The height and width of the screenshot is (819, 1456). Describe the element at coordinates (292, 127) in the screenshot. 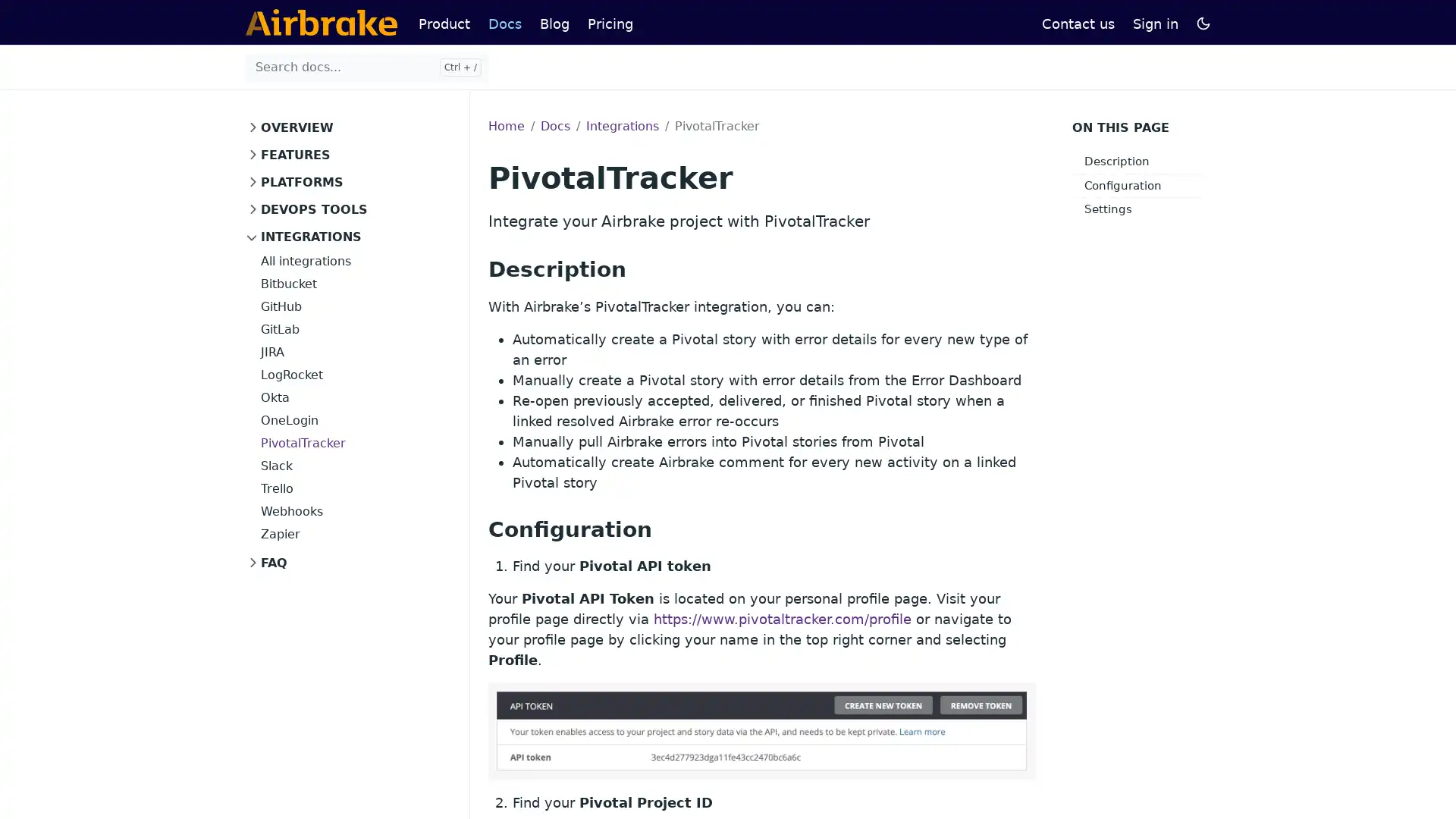

I see `OVERVIEW` at that location.